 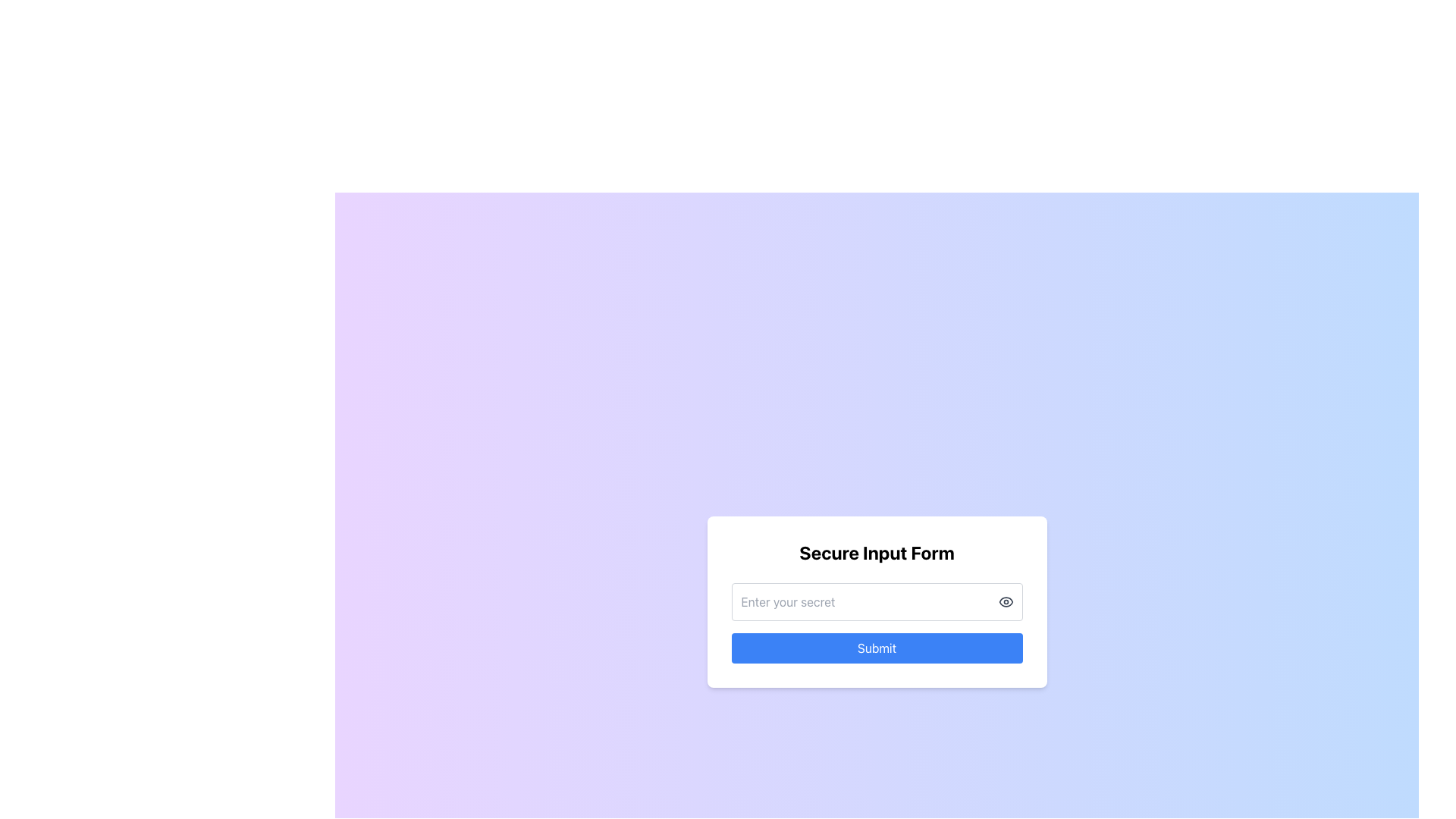 What do you see at coordinates (1006, 601) in the screenshot?
I see `the icon button that toggles the visibility of the password input, located at the far right of the input field` at bounding box center [1006, 601].